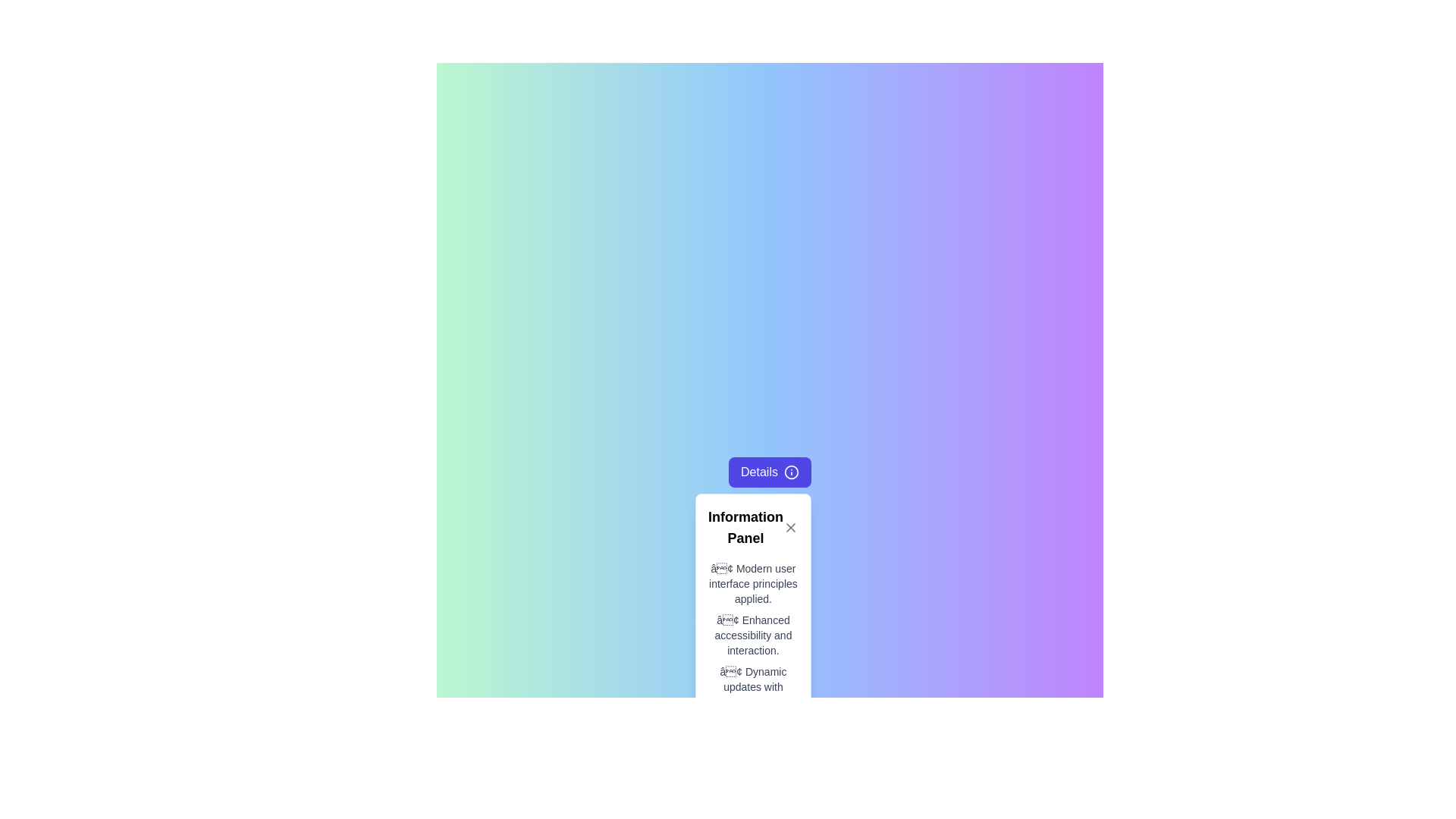 The width and height of the screenshot is (1456, 819). What do you see at coordinates (790, 472) in the screenshot?
I see `the 'Details' button, which is accompanied by an icon to its right, serving as a visual identifier for additional information` at bounding box center [790, 472].